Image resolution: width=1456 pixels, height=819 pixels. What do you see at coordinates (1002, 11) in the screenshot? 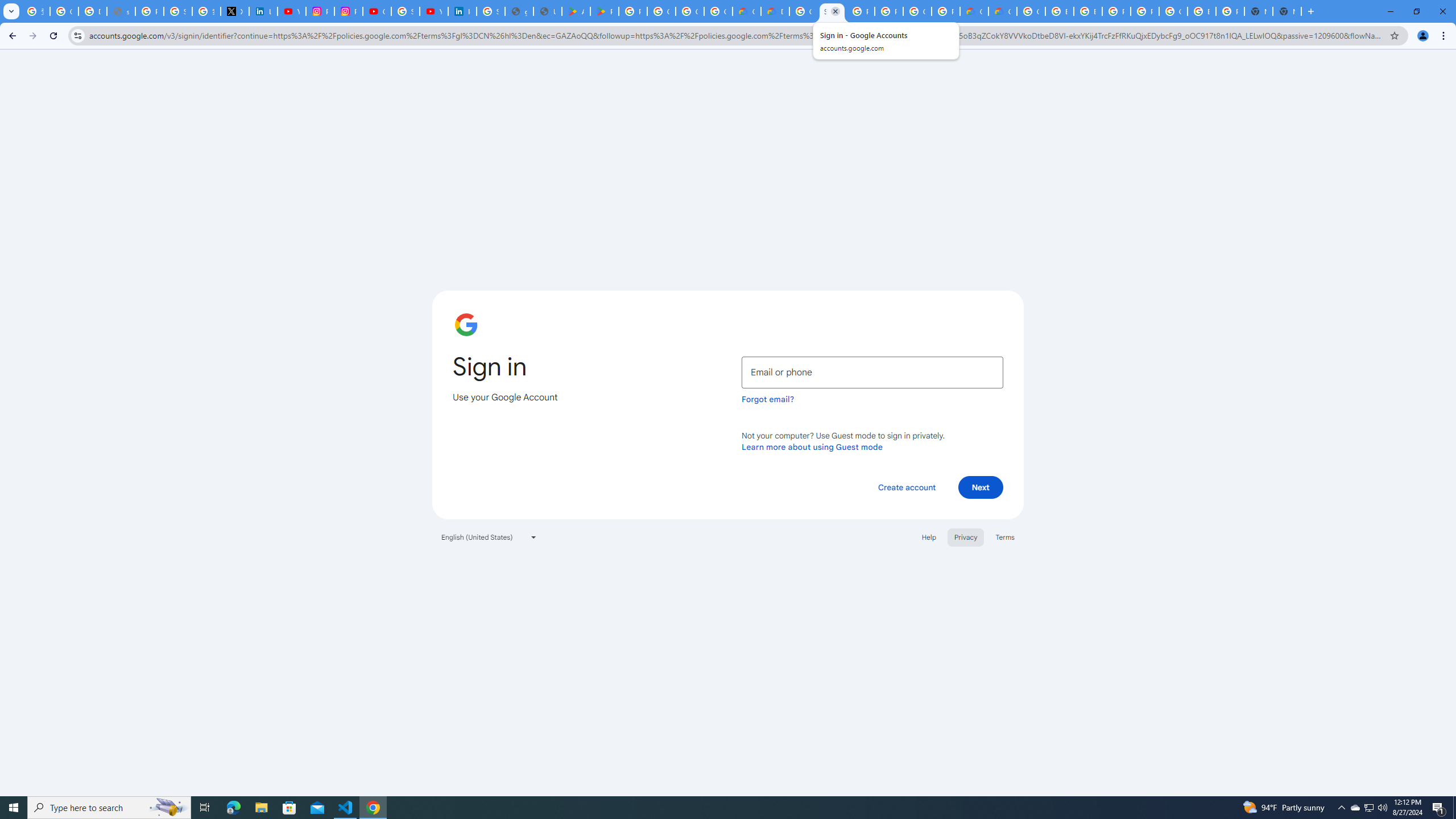
I see `'Google Cloud Estimate Summary'` at bounding box center [1002, 11].